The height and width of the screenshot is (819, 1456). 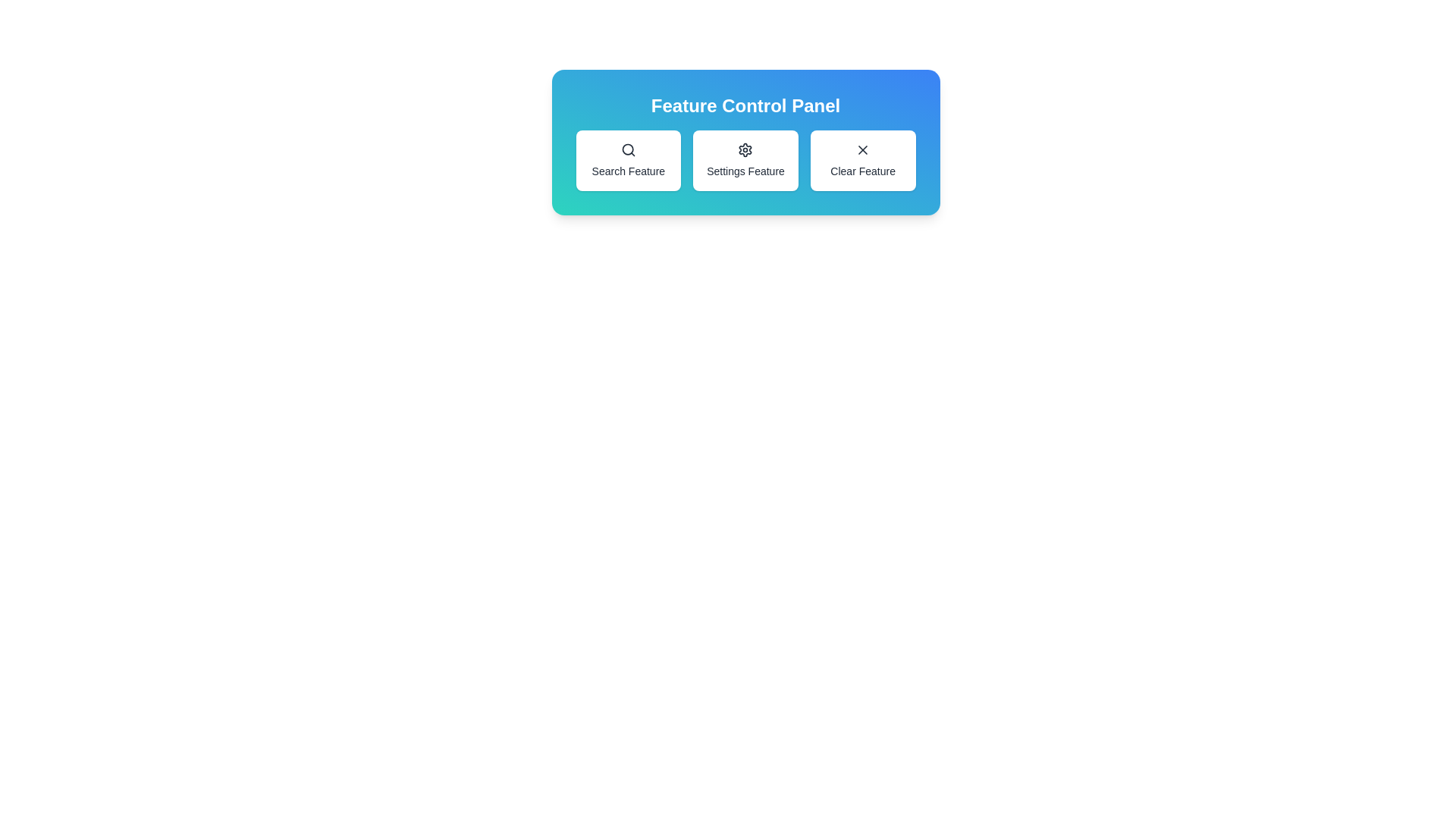 What do you see at coordinates (745, 149) in the screenshot?
I see `the central component of the gear-like icon` at bounding box center [745, 149].